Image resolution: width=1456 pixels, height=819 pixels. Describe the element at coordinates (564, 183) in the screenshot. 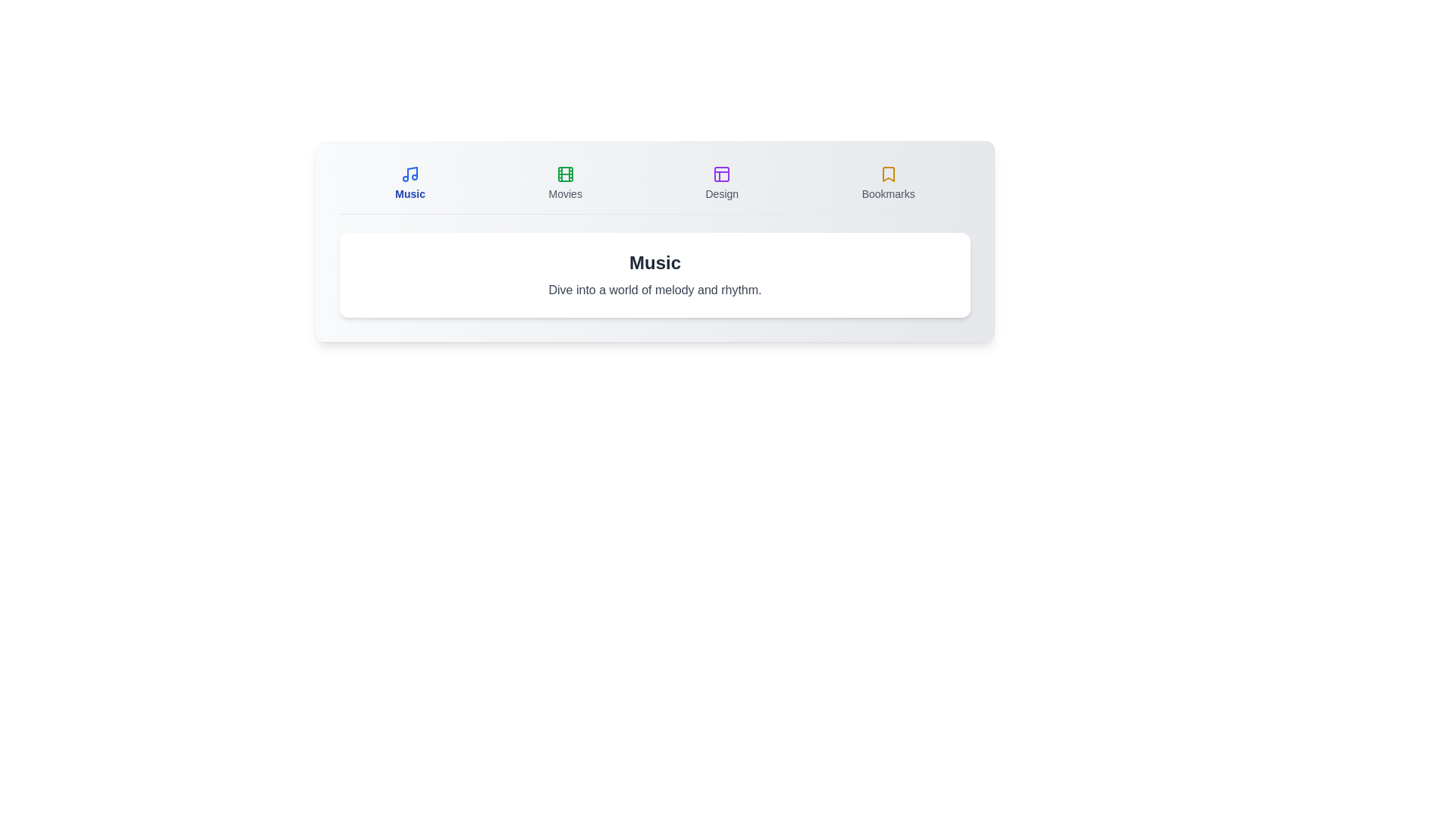

I see `the tab icon labeled Movies` at that location.